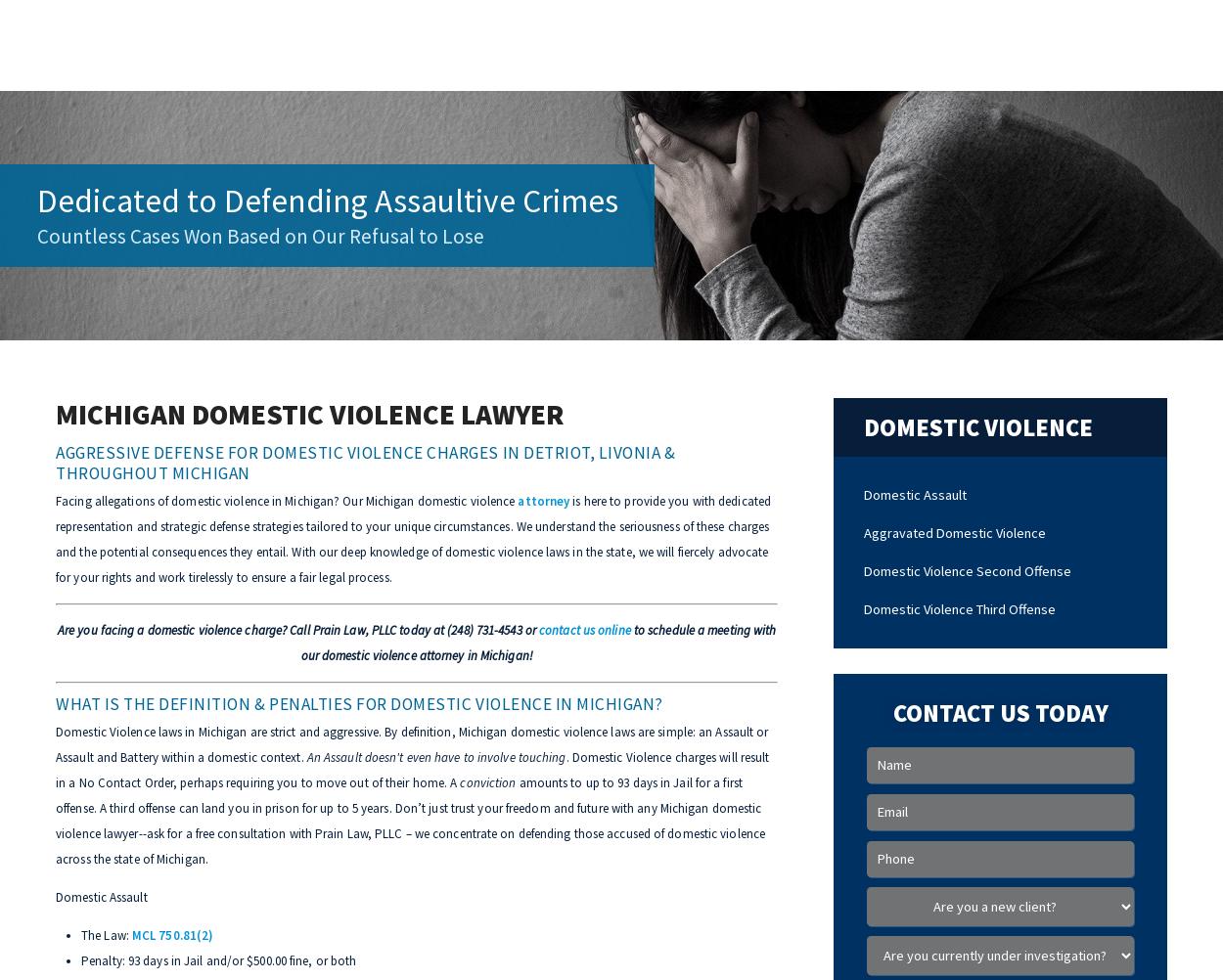  What do you see at coordinates (789, 43) in the screenshot?
I see `'Blog'` at bounding box center [789, 43].